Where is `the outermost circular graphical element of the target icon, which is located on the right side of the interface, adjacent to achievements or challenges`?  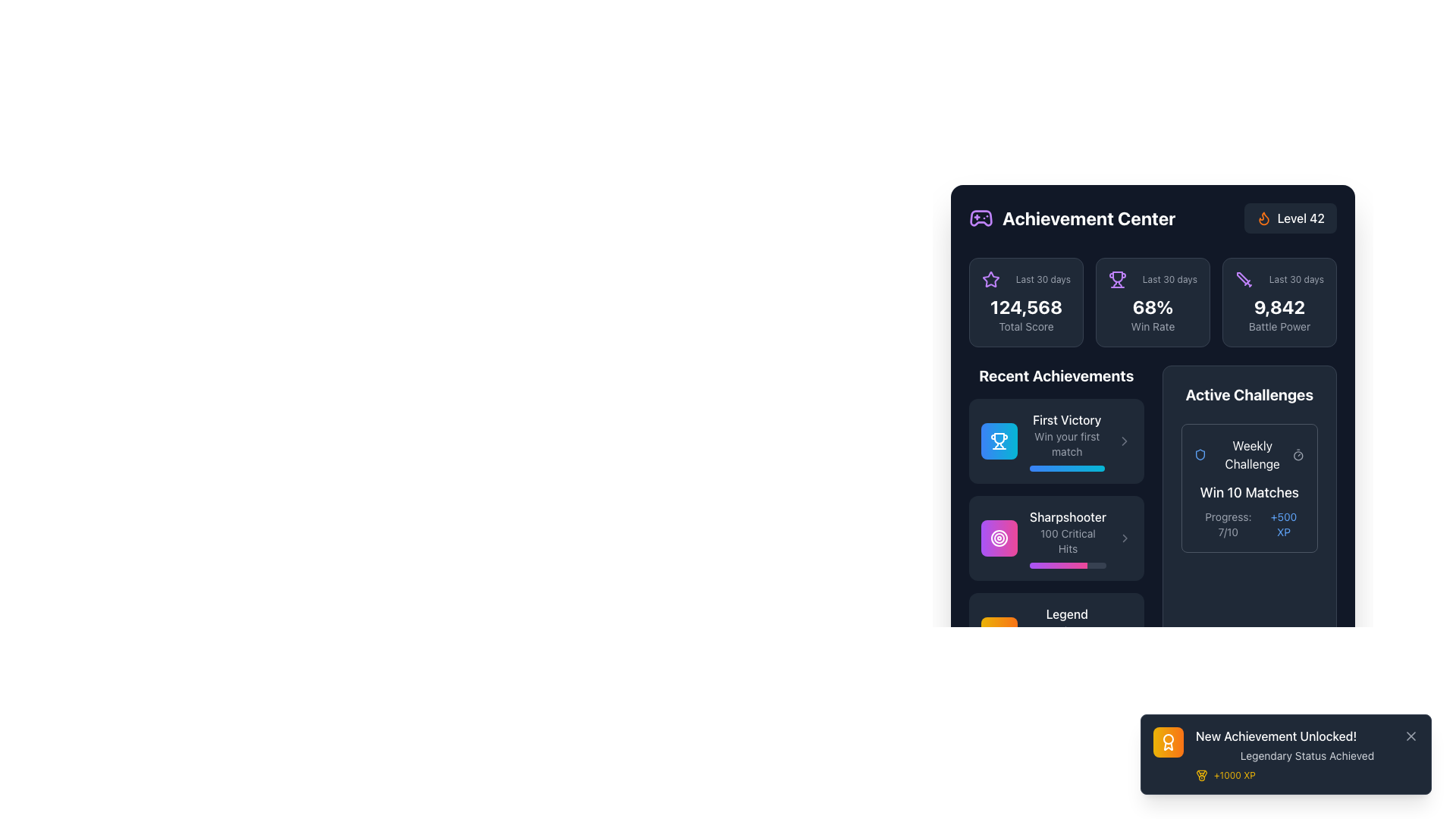
the outermost circular graphical element of the target icon, which is located on the right side of the interface, adjacent to achievements or challenges is located at coordinates (999, 537).